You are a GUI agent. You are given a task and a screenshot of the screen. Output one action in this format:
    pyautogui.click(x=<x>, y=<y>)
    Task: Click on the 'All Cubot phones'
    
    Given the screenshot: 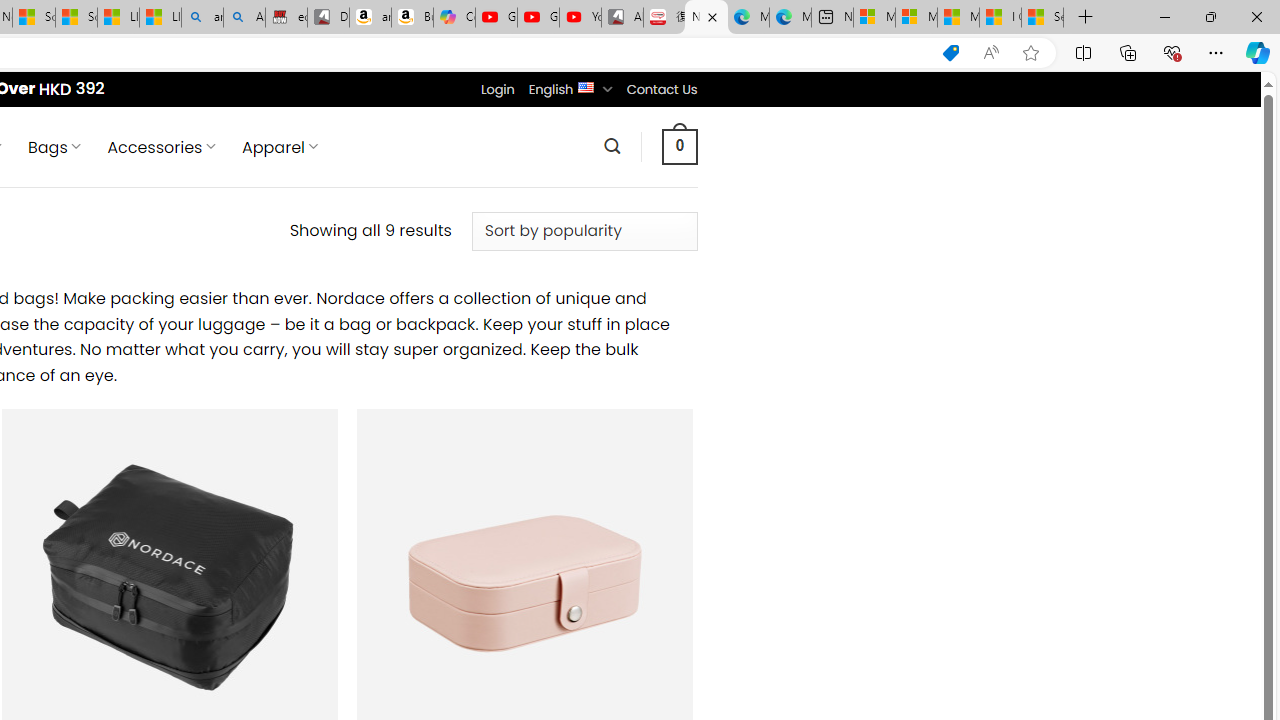 What is the action you would take?
    pyautogui.click(x=621, y=17)
    